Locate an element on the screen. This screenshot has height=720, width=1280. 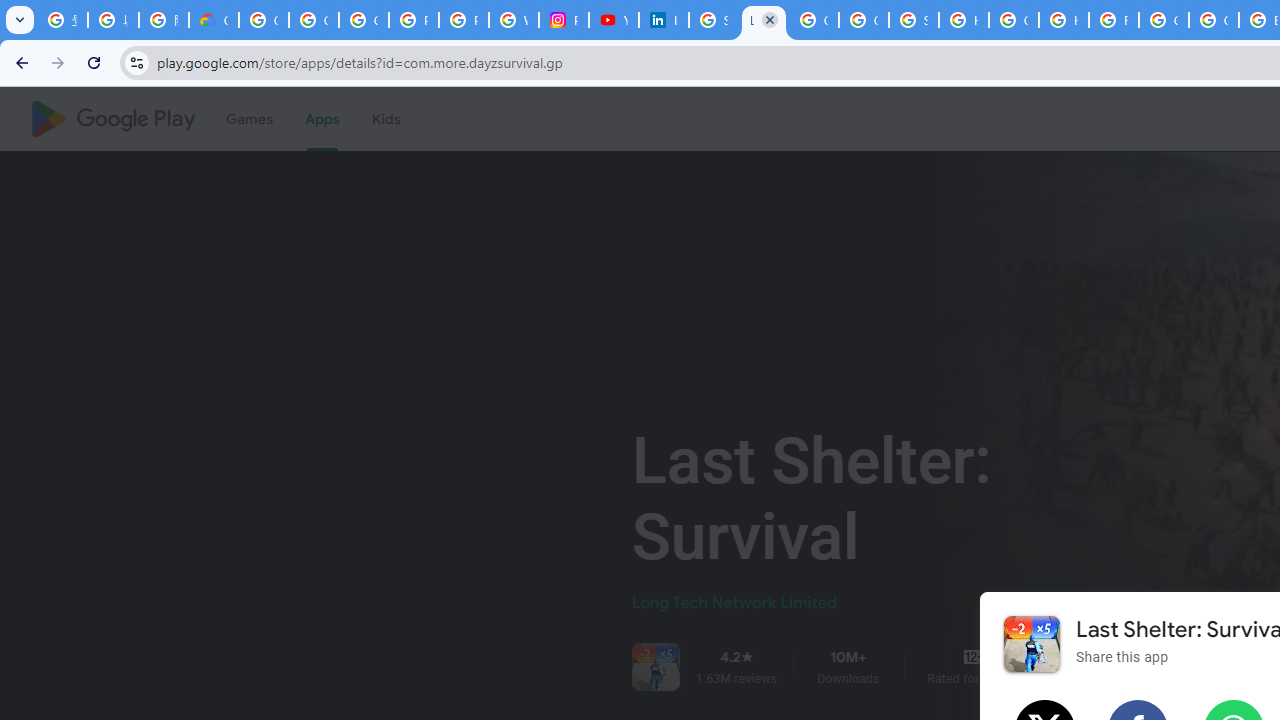
'Last Shelter: Survival - Apps on Google Play' is located at coordinates (762, 20).